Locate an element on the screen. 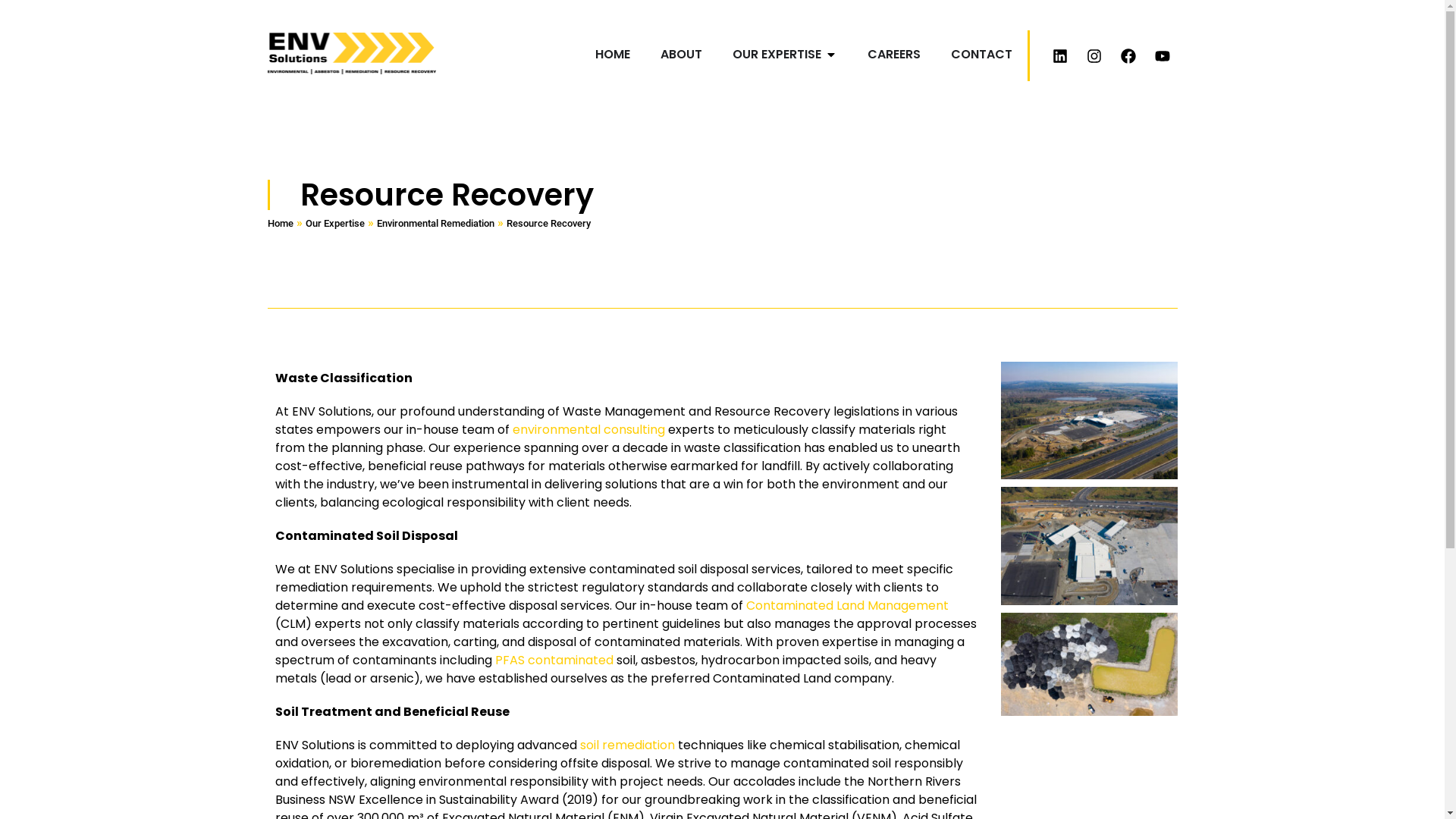 The width and height of the screenshot is (1456, 819). 'CONTACT' is located at coordinates (981, 54).